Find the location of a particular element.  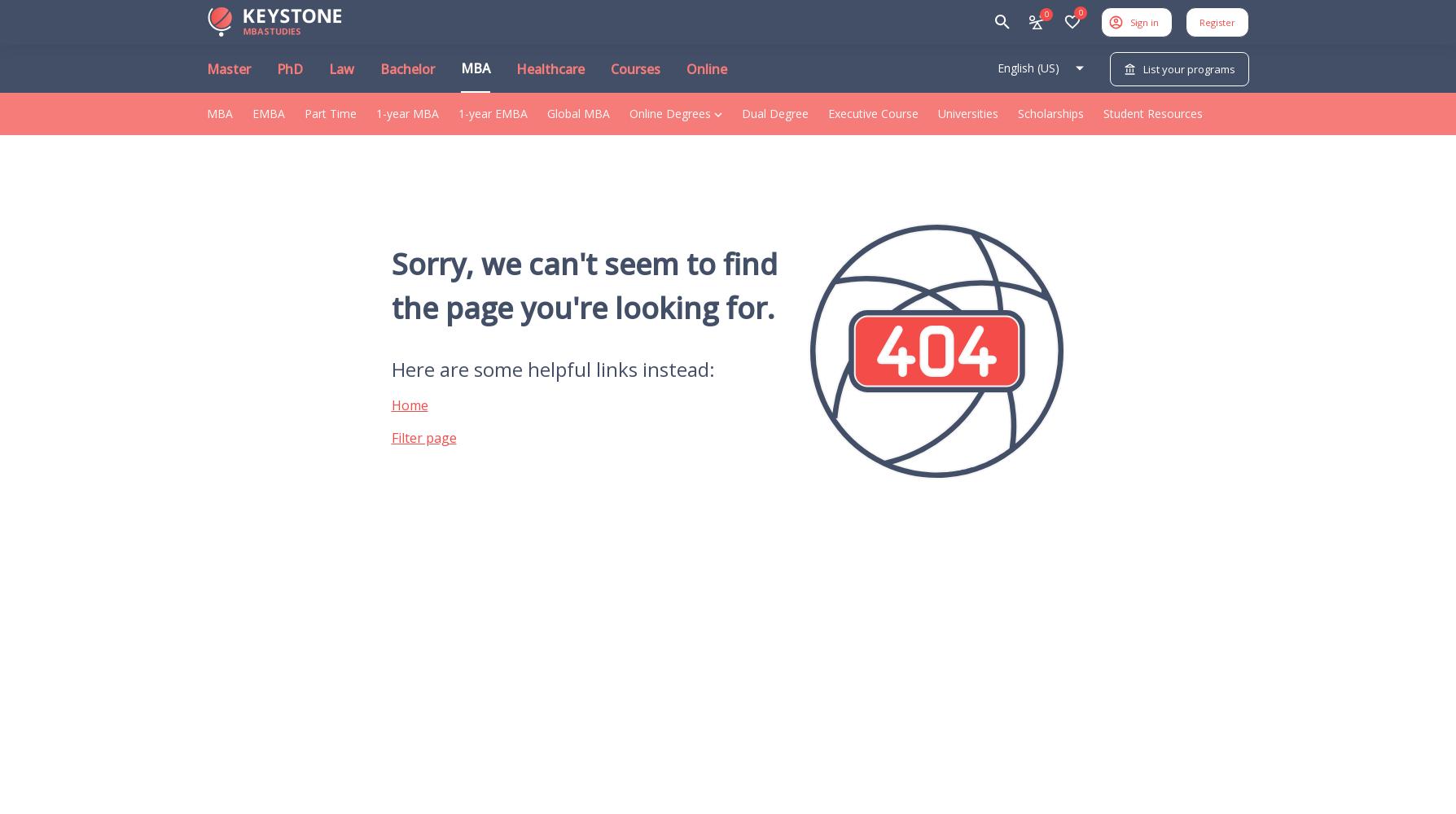

'Student Resources' is located at coordinates (1152, 113).